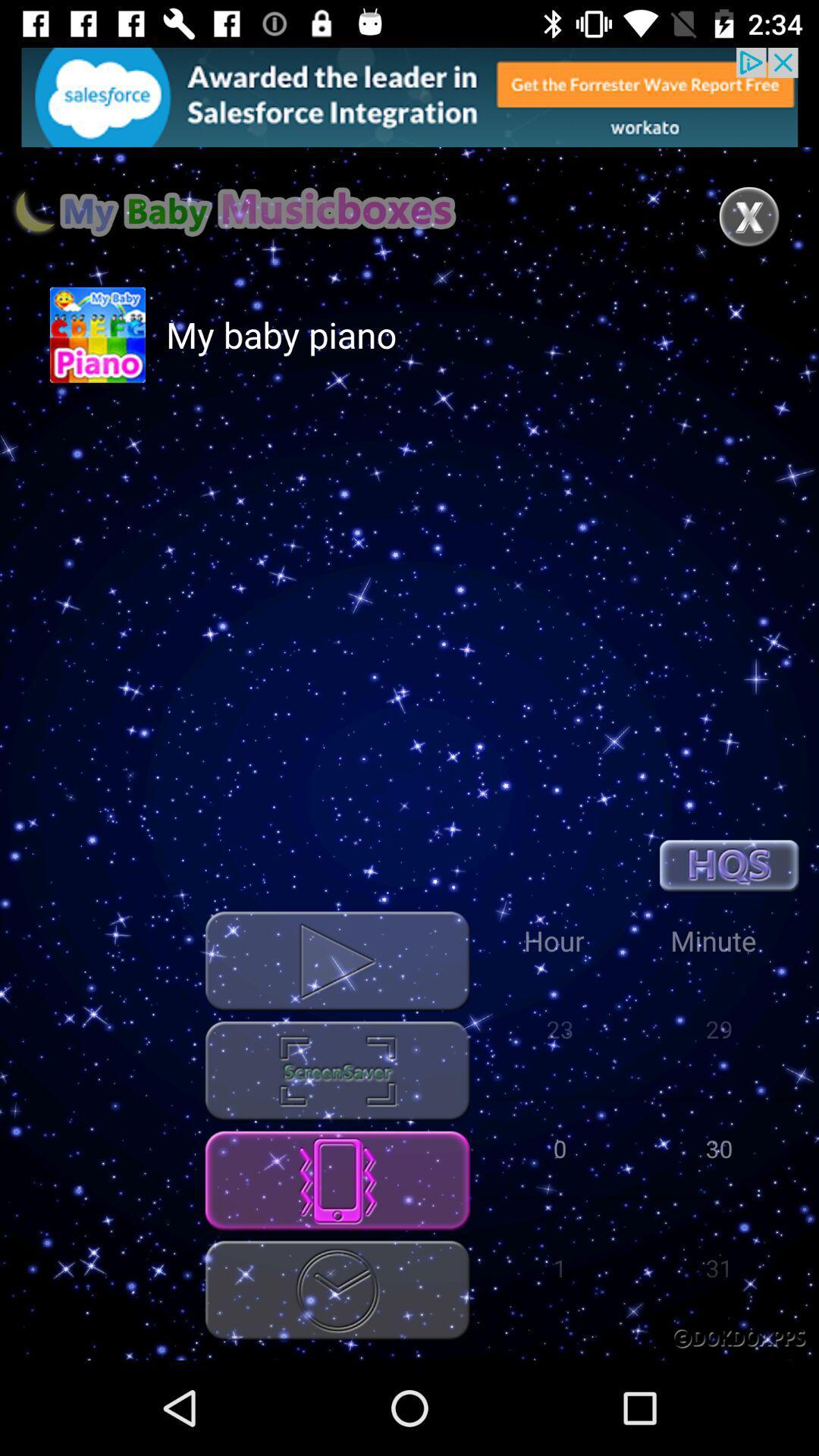 This screenshot has width=819, height=1456. Describe the element at coordinates (409, 96) in the screenshot. I see `find out more` at that location.